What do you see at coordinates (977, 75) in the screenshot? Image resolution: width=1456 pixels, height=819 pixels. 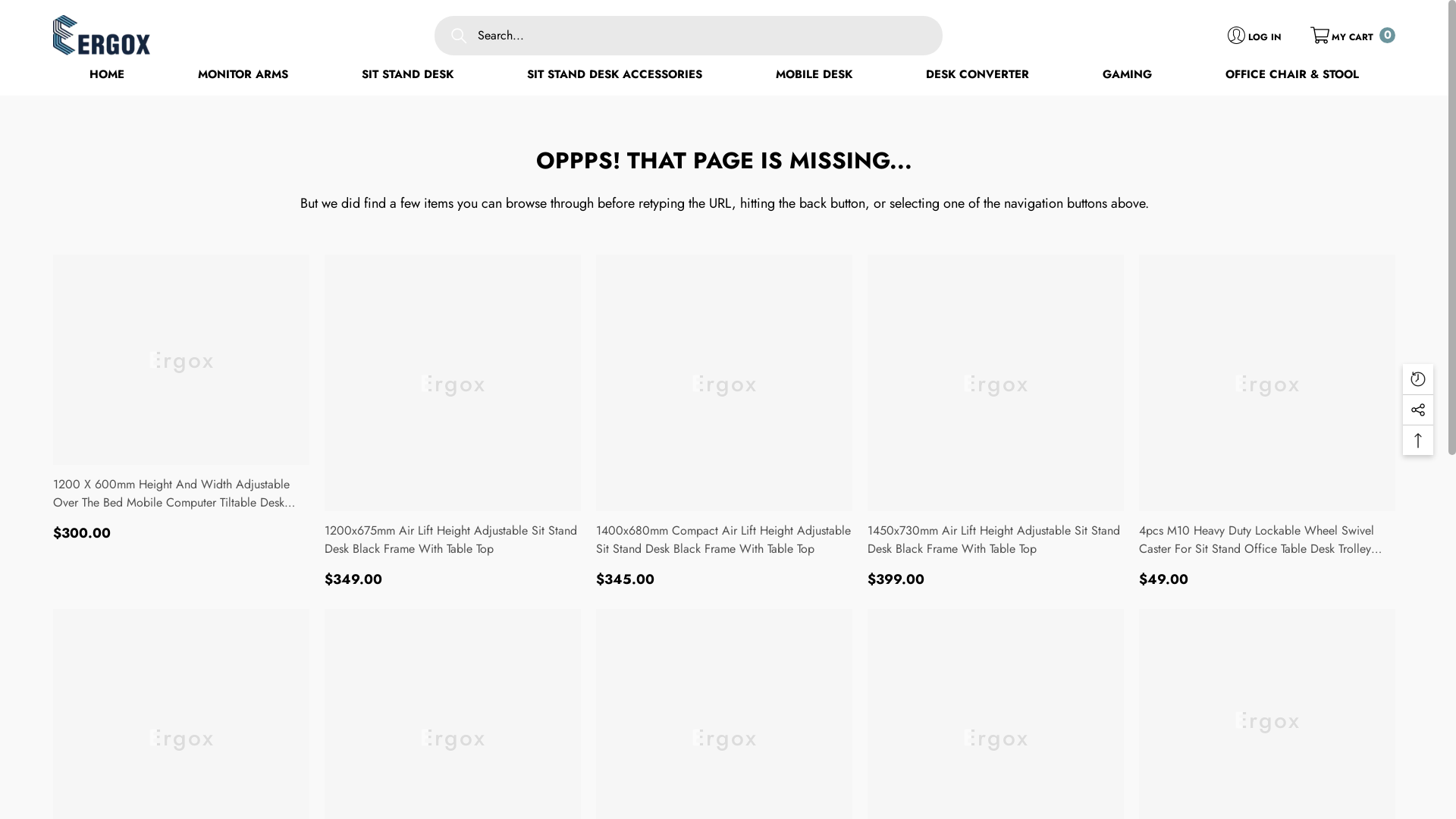 I see `'DESK CONVERTER'` at bounding box center [977, 75].